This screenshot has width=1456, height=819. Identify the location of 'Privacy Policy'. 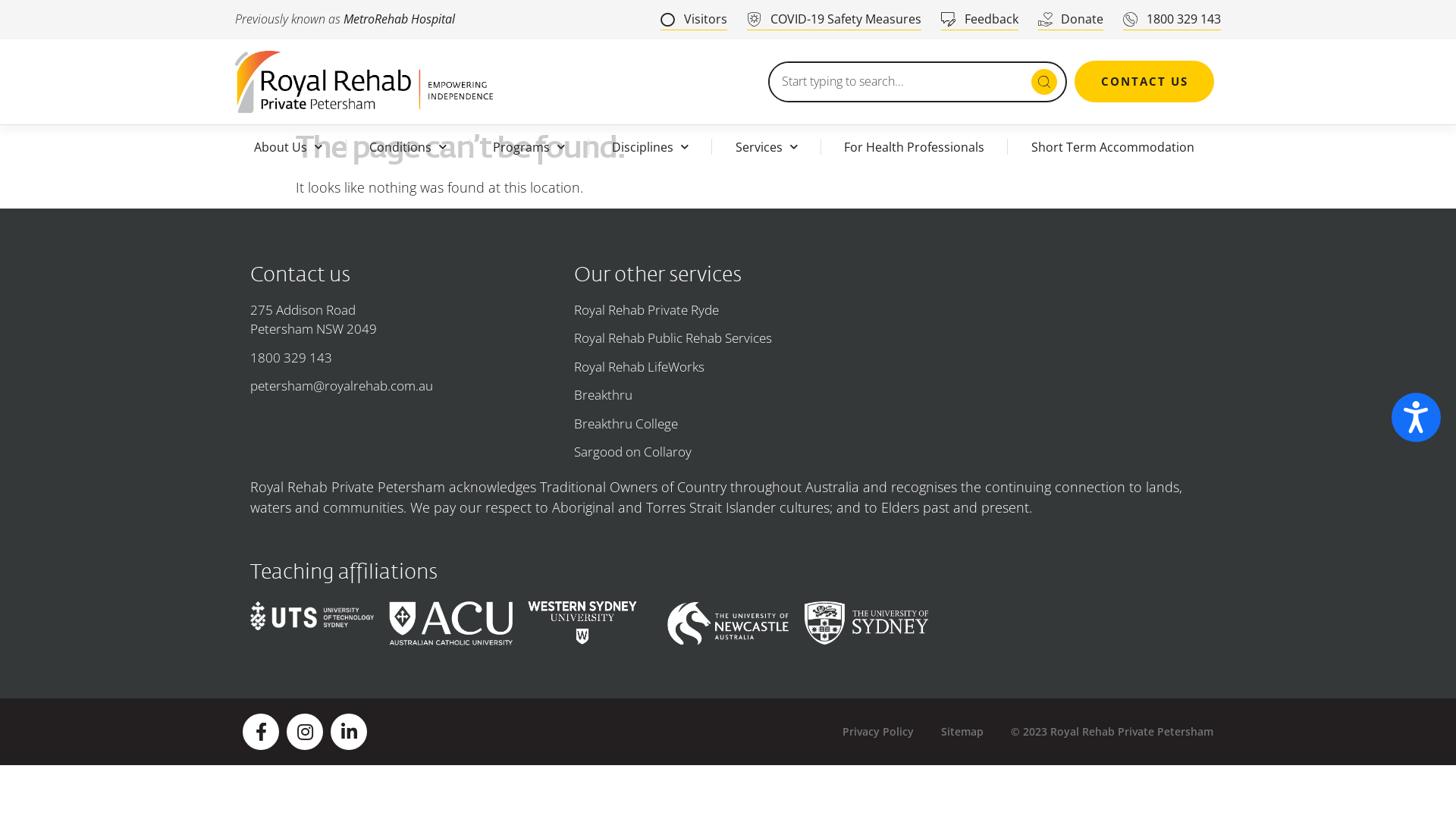
(877, 730).